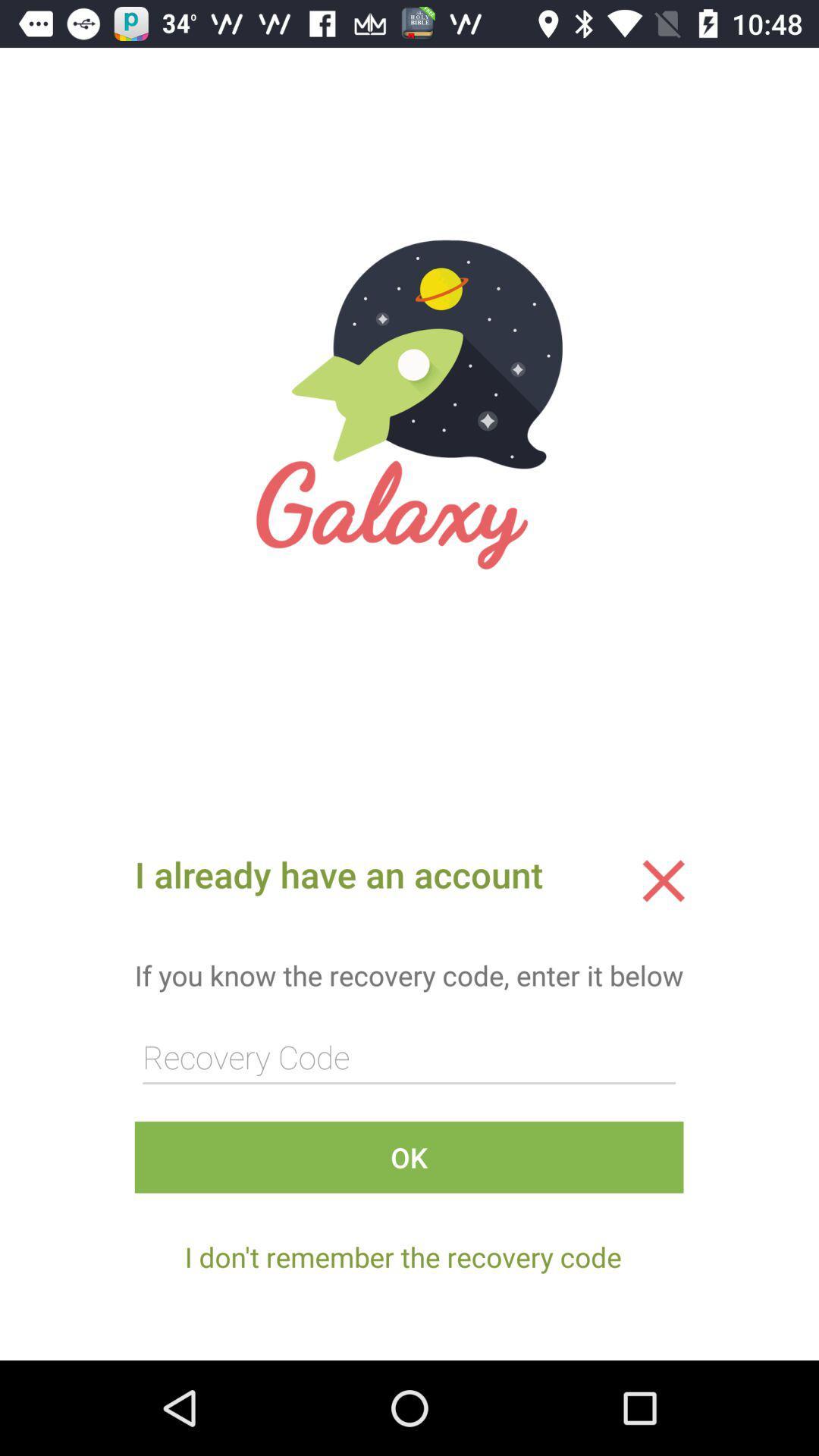  I want to click on item below ok icon, so click(402, 1257).